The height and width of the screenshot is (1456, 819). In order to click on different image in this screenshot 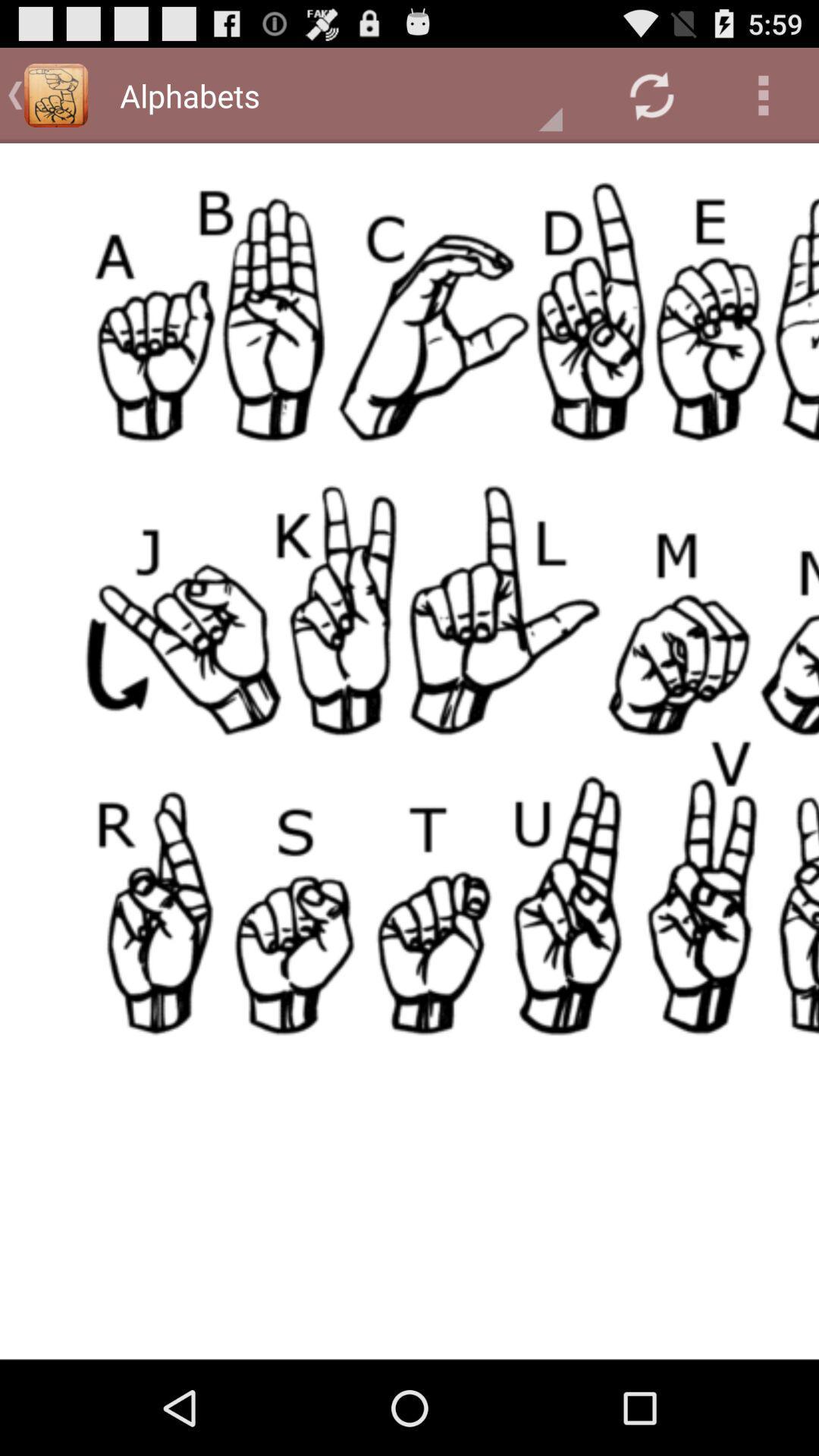, I will do `click(409, 751)`.